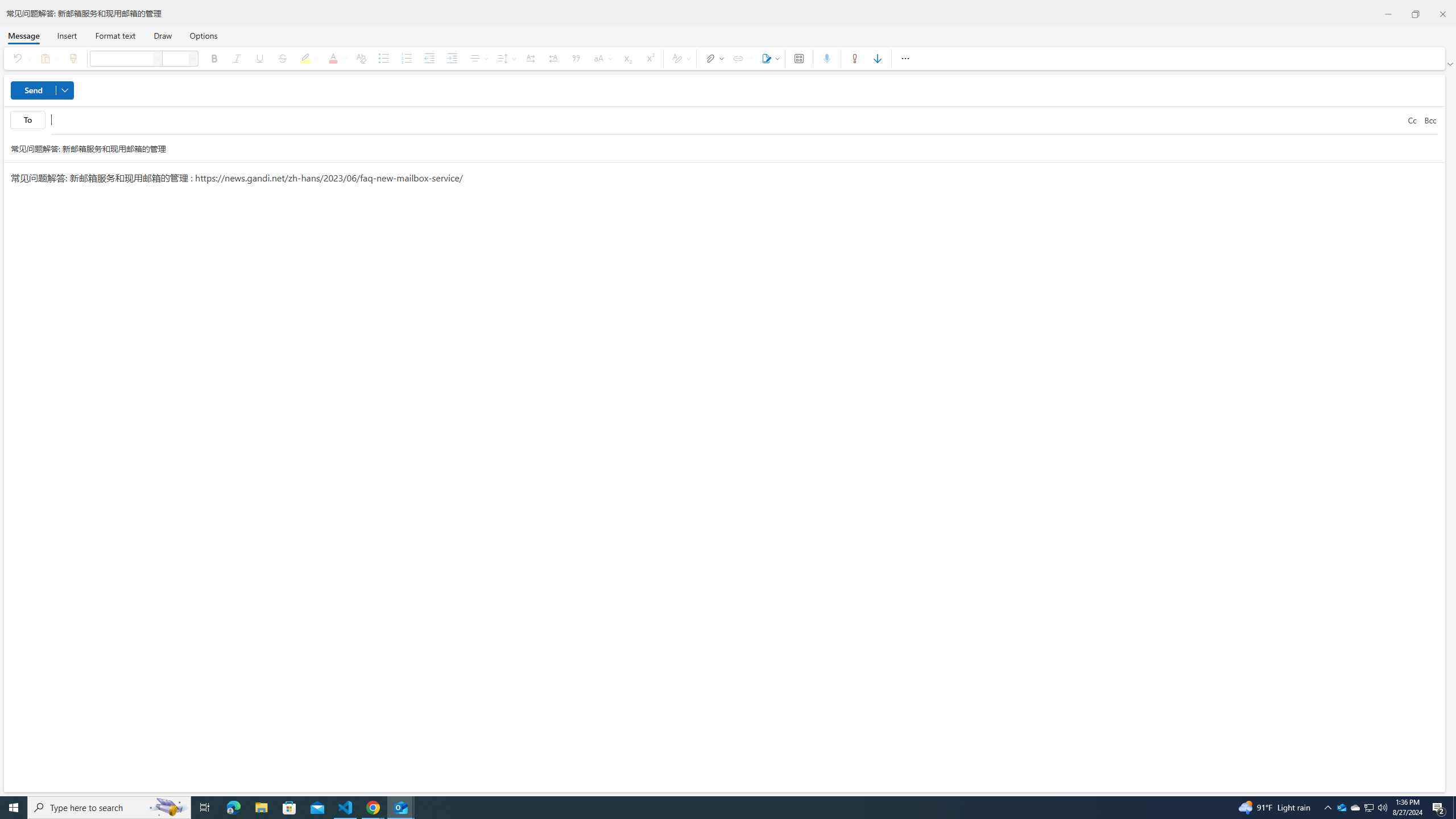  What do you see at coordinates (237, 58) in the screenshot?
I see `'Italic'` at bounding box center [237, 58].